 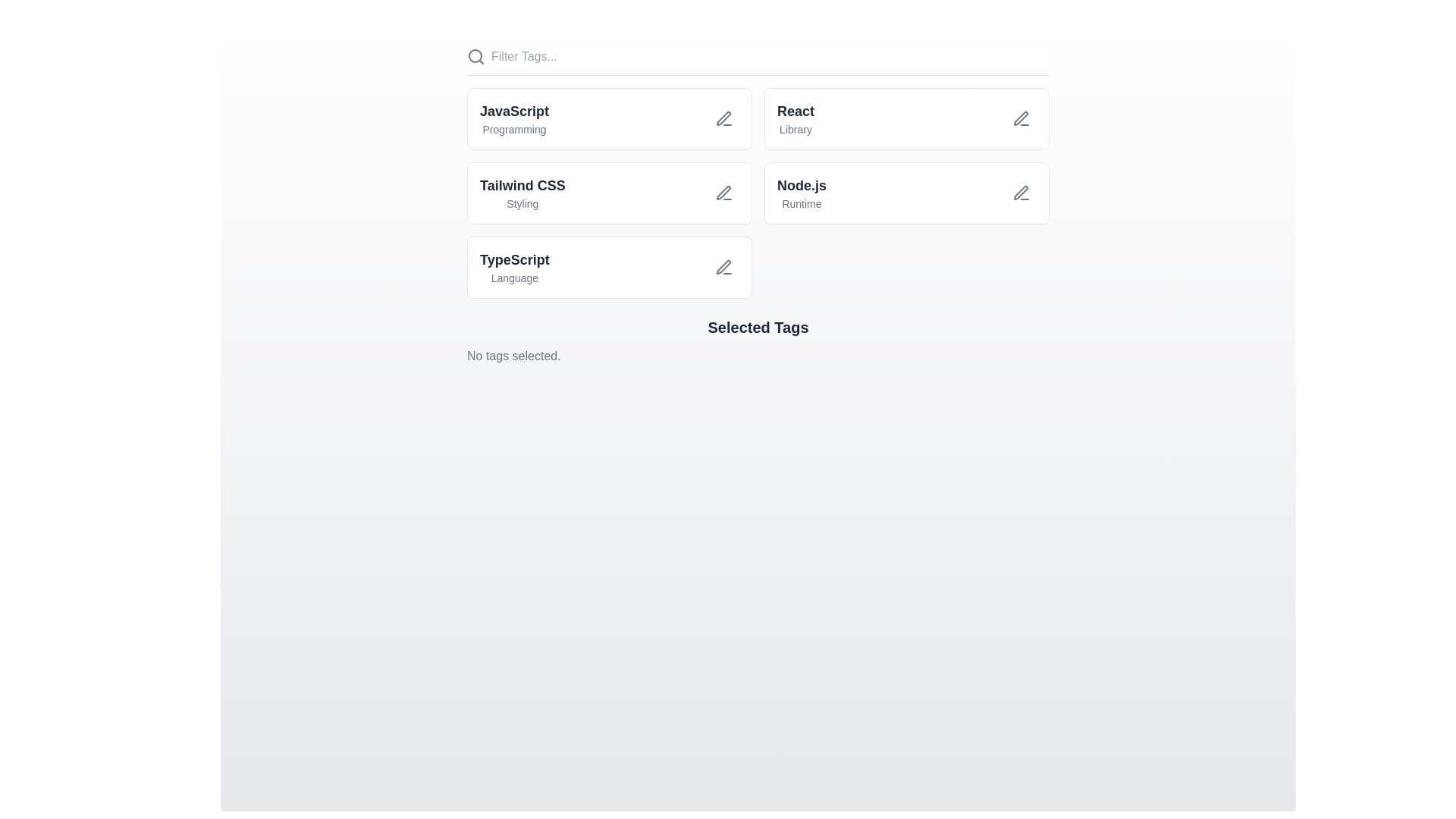 I want to click on the pen icon button located in the upper portion of the interface, associated with 'JavaScript Programming', so click(x=723, y=118).